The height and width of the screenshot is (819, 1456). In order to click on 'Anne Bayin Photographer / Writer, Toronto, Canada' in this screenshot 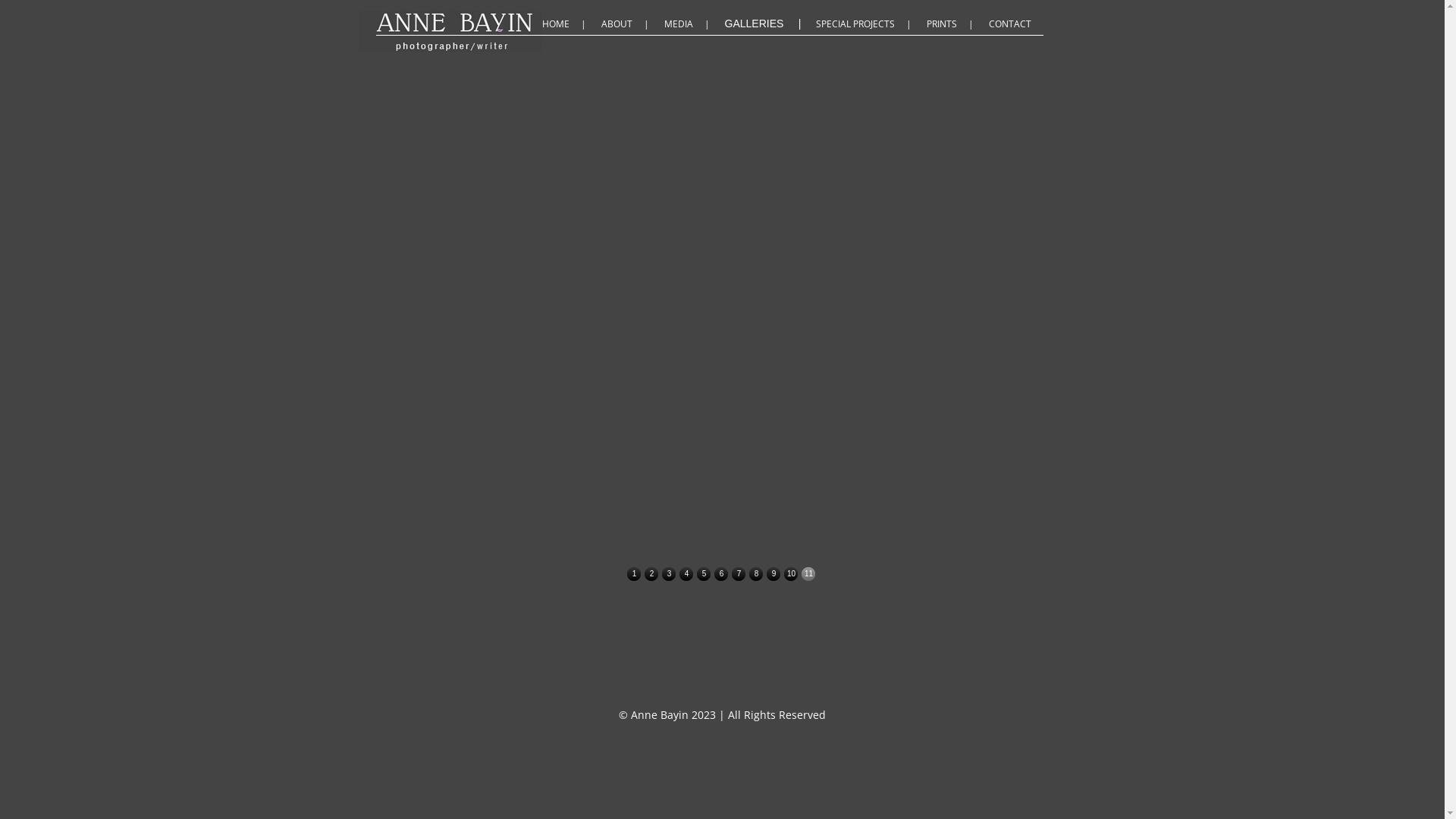, I will do `click(582, 20)`.